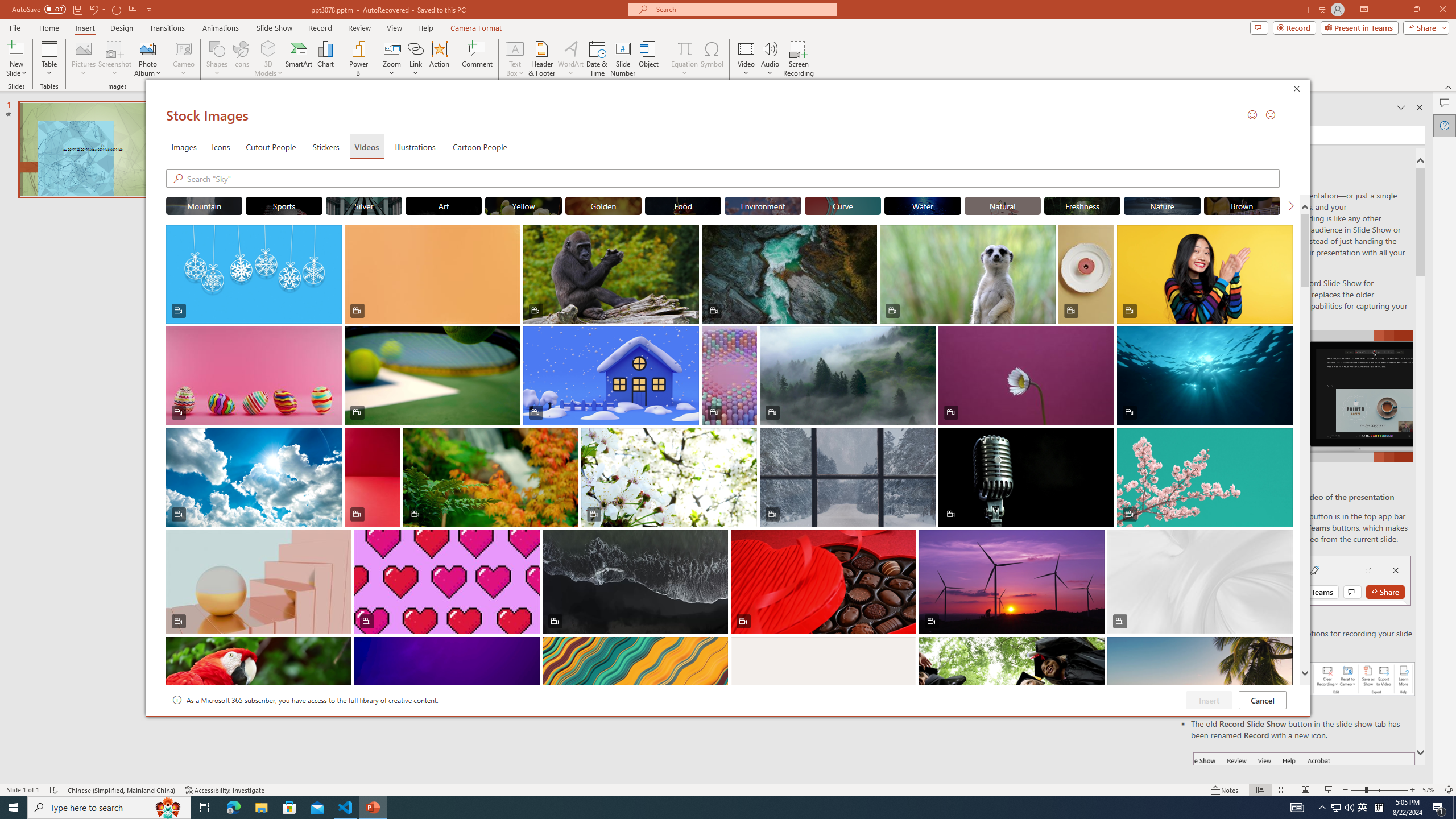 The height and width of the screenshot is (819, 1456). What do you see at coordinates (364, 205) in the screenshot?
I see `'"Silver" Stock Videos.'` at bounding box center [364, 205].